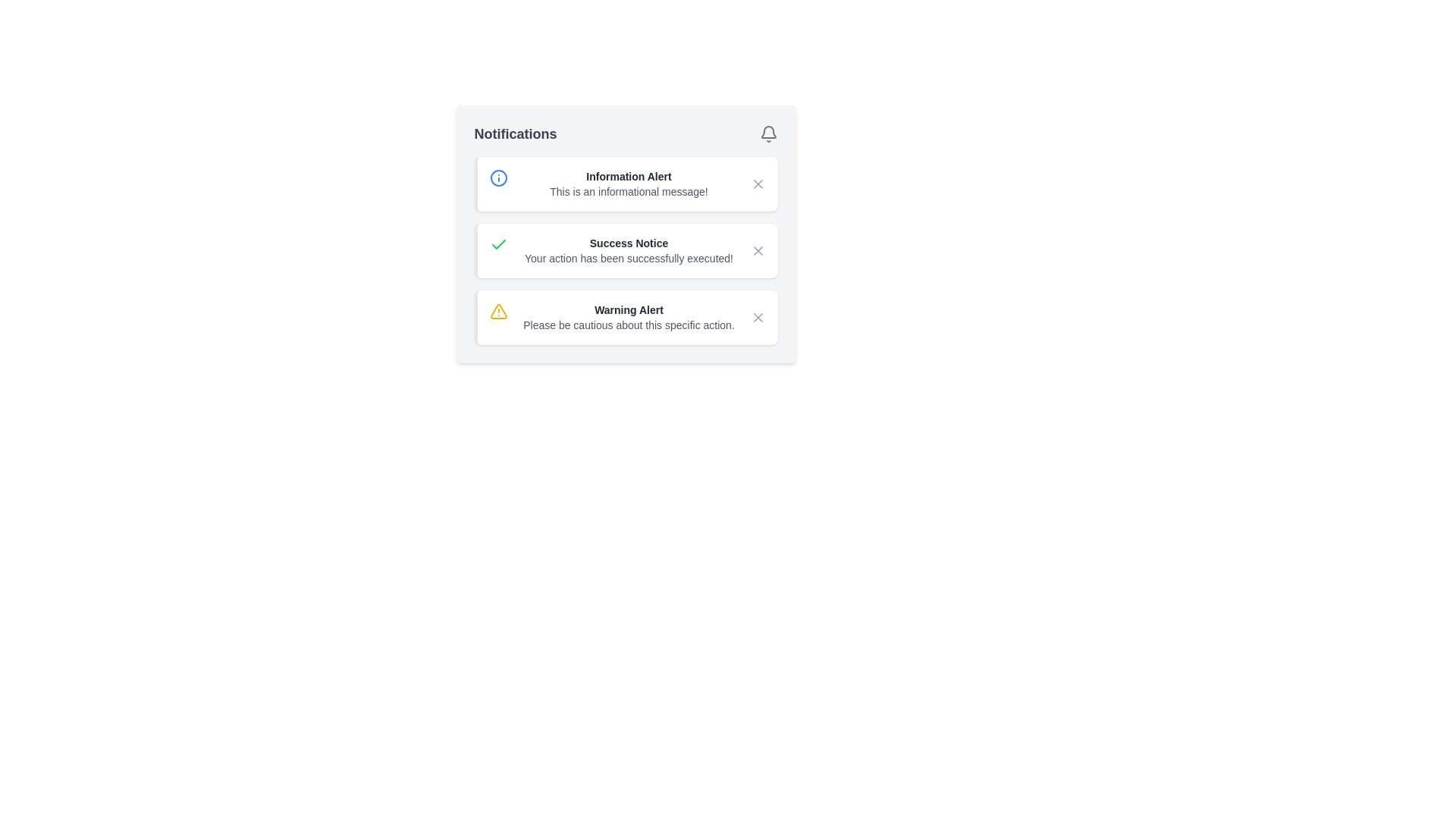 The height and width of the screenshot is (819, 1456). Describe the element at coordinates (758, 317) in the screenshot. I see `the close button (icon-based) located to the right of the 'Warning Alert' notification` at that location.